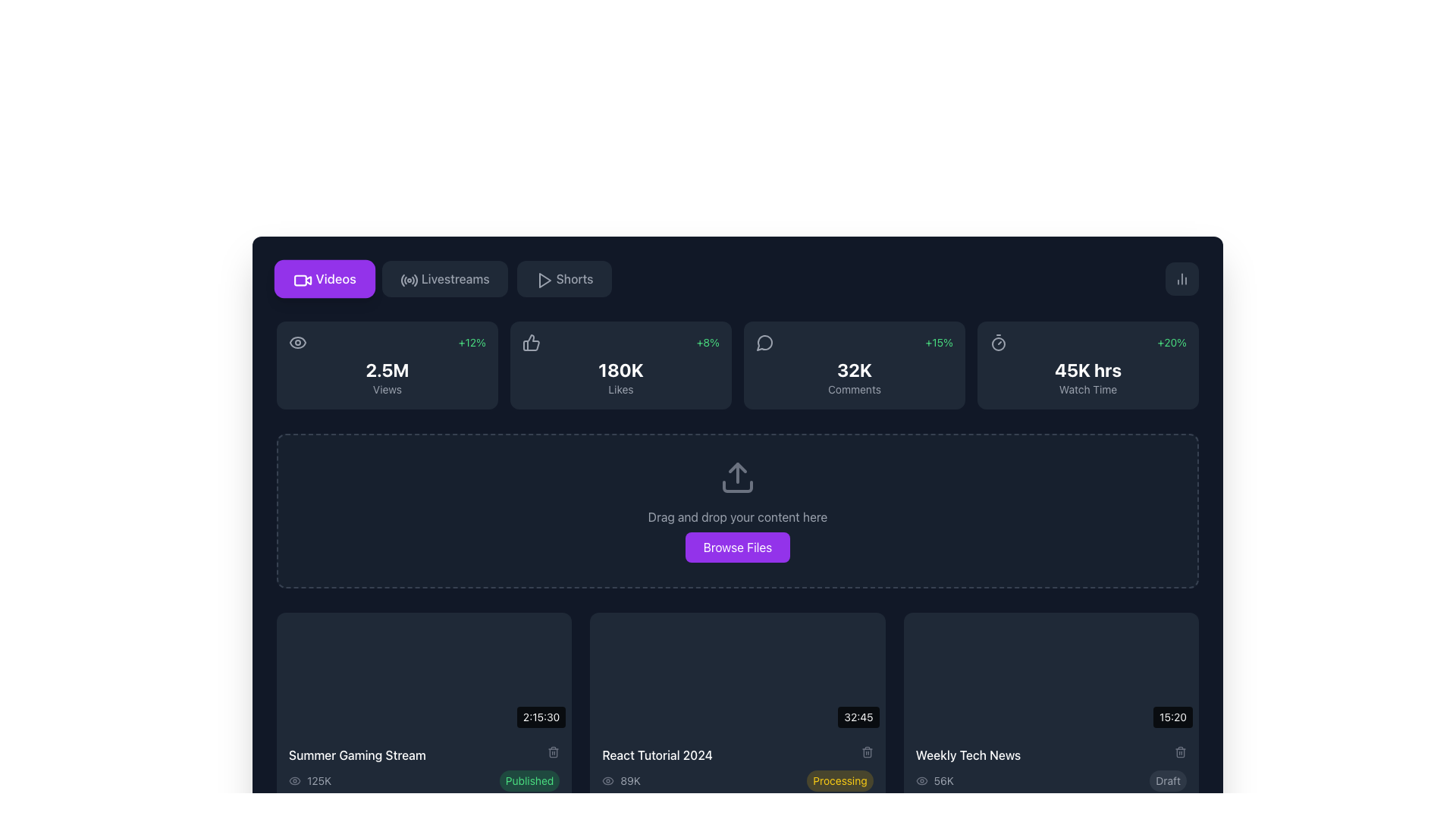  I want to click on the details of the 'Shorts' icon located on the left side of the 'Shorts' button in the horizontal menu at the top of the interface, so click(542, 278).